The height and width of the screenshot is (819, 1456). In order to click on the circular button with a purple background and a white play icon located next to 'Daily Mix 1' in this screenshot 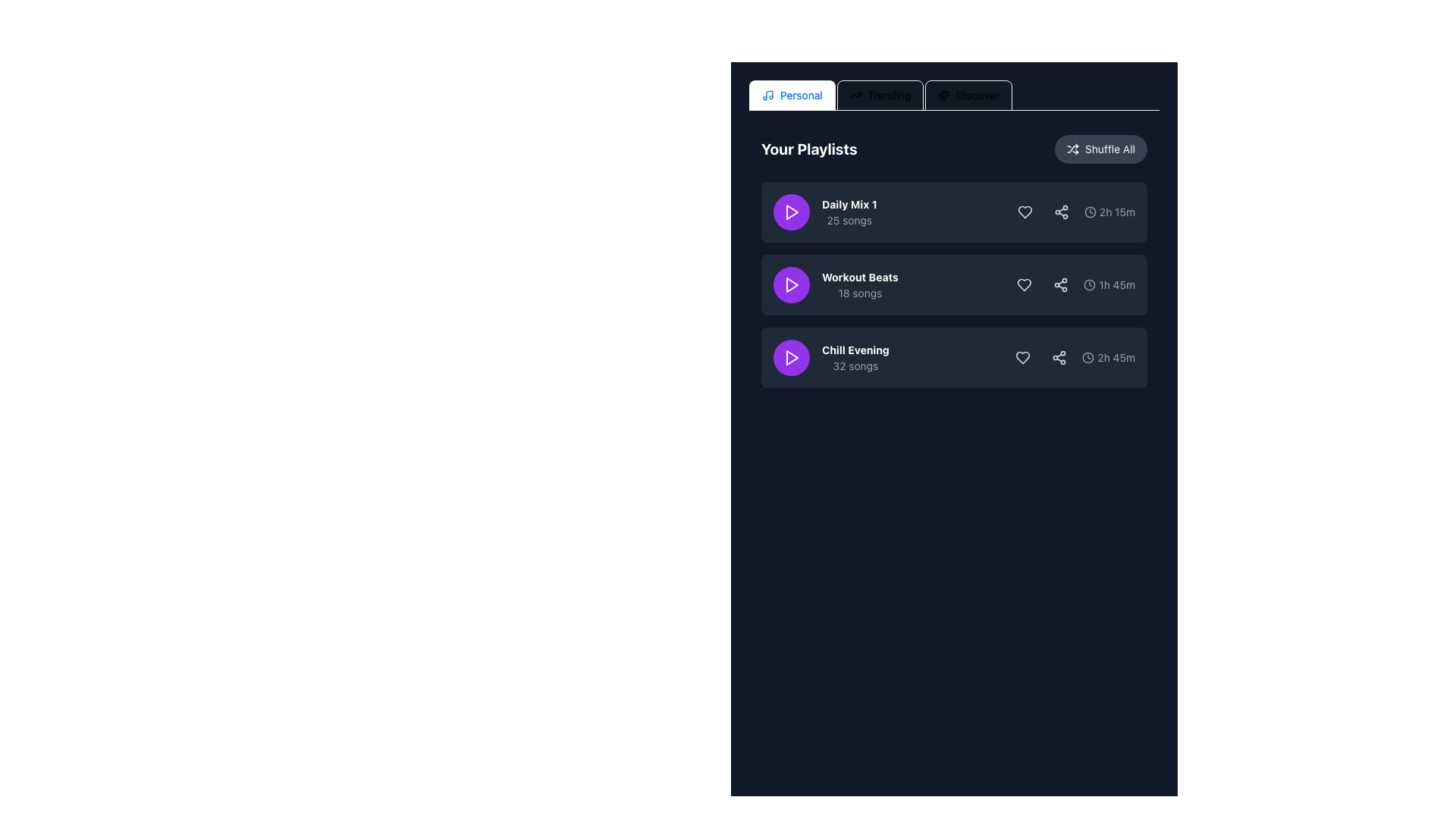, I will do `click(790, 212)`.